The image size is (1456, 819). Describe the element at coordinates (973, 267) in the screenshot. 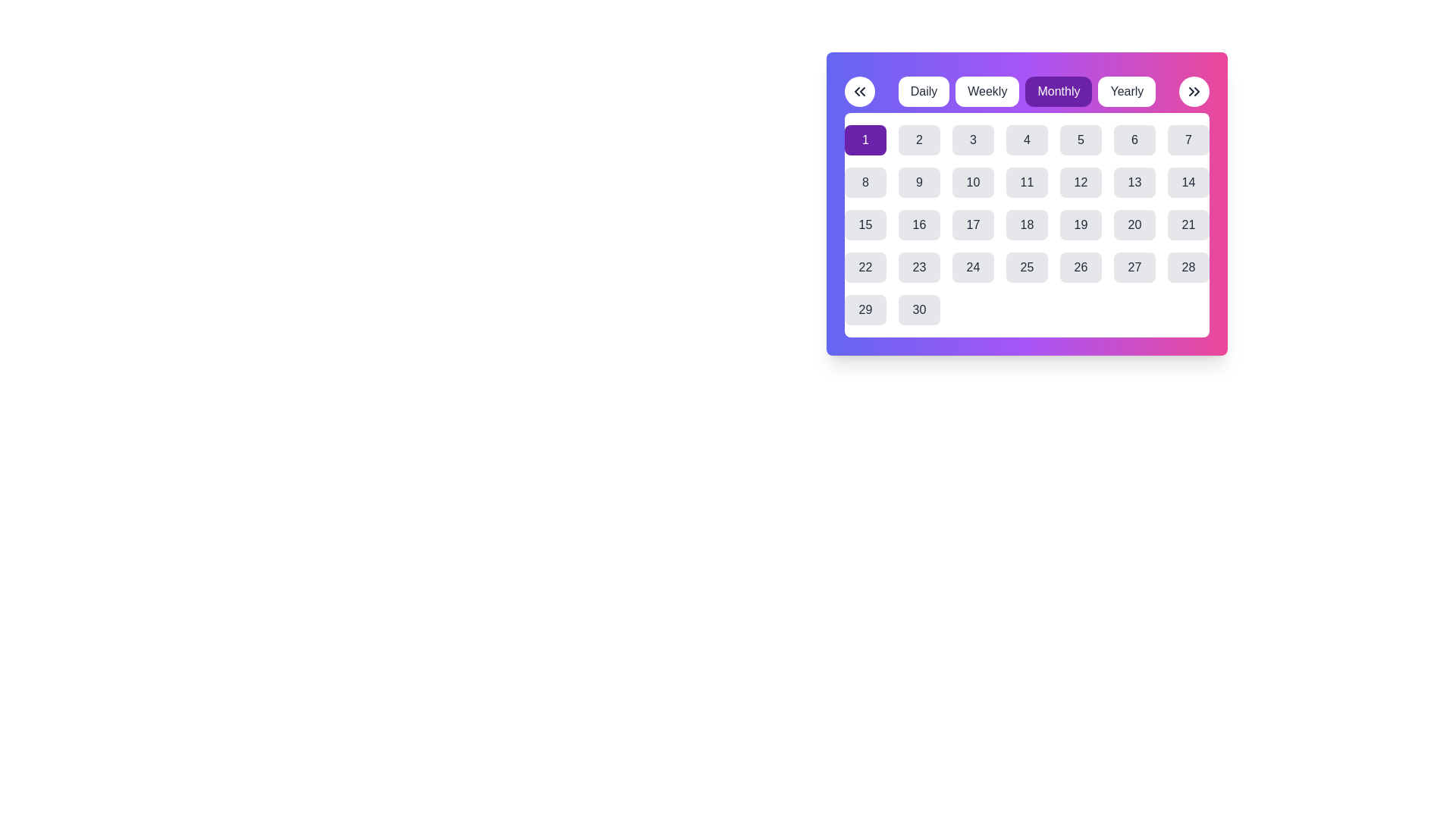

I see `the selectable day button located in the fifth row and fourth column of the calendar grid` at that location.